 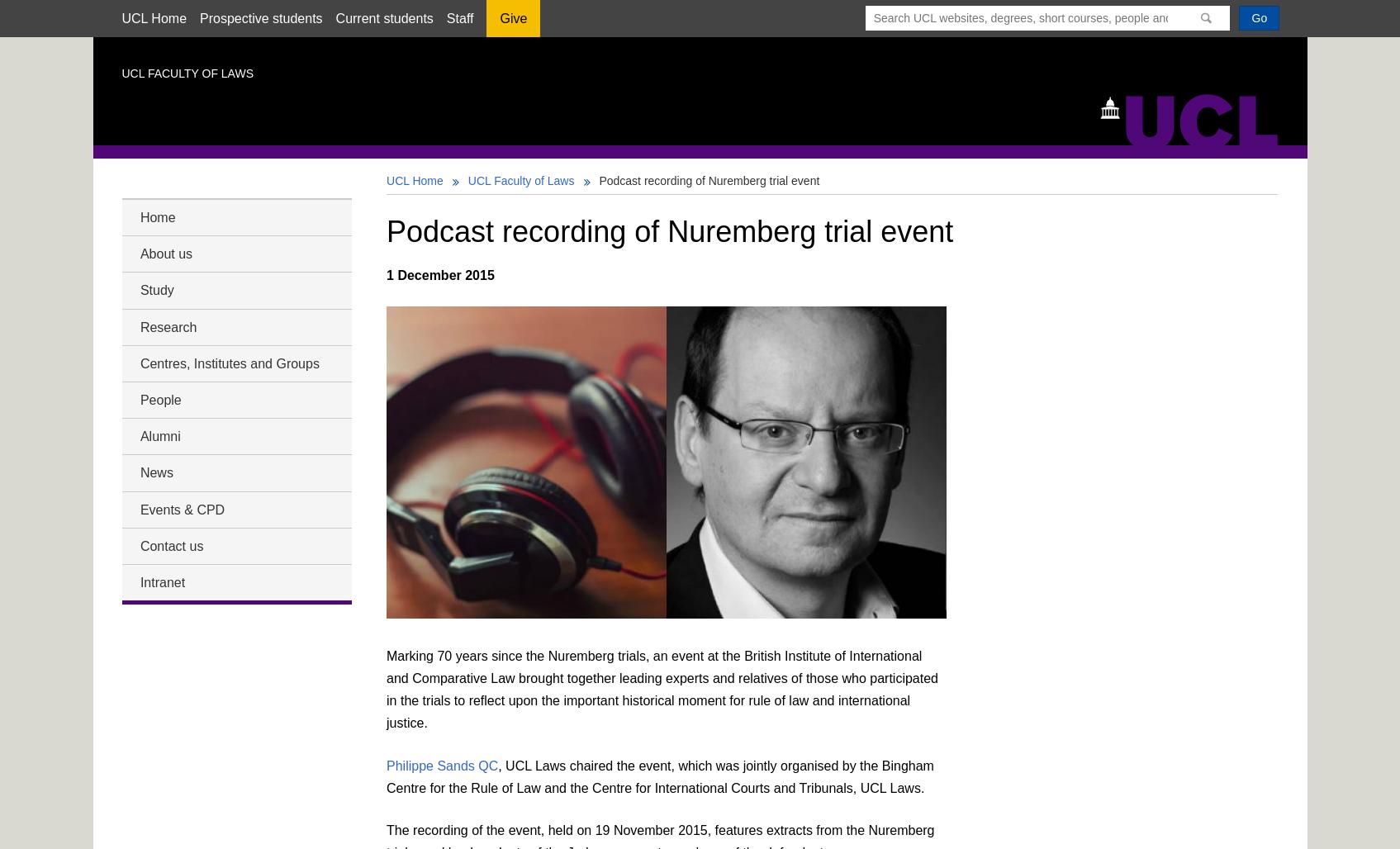 What do you see at coordinates (181, 508) in the screenshot?
I see `'Events & CPD'` at bounding box center [181, 508].